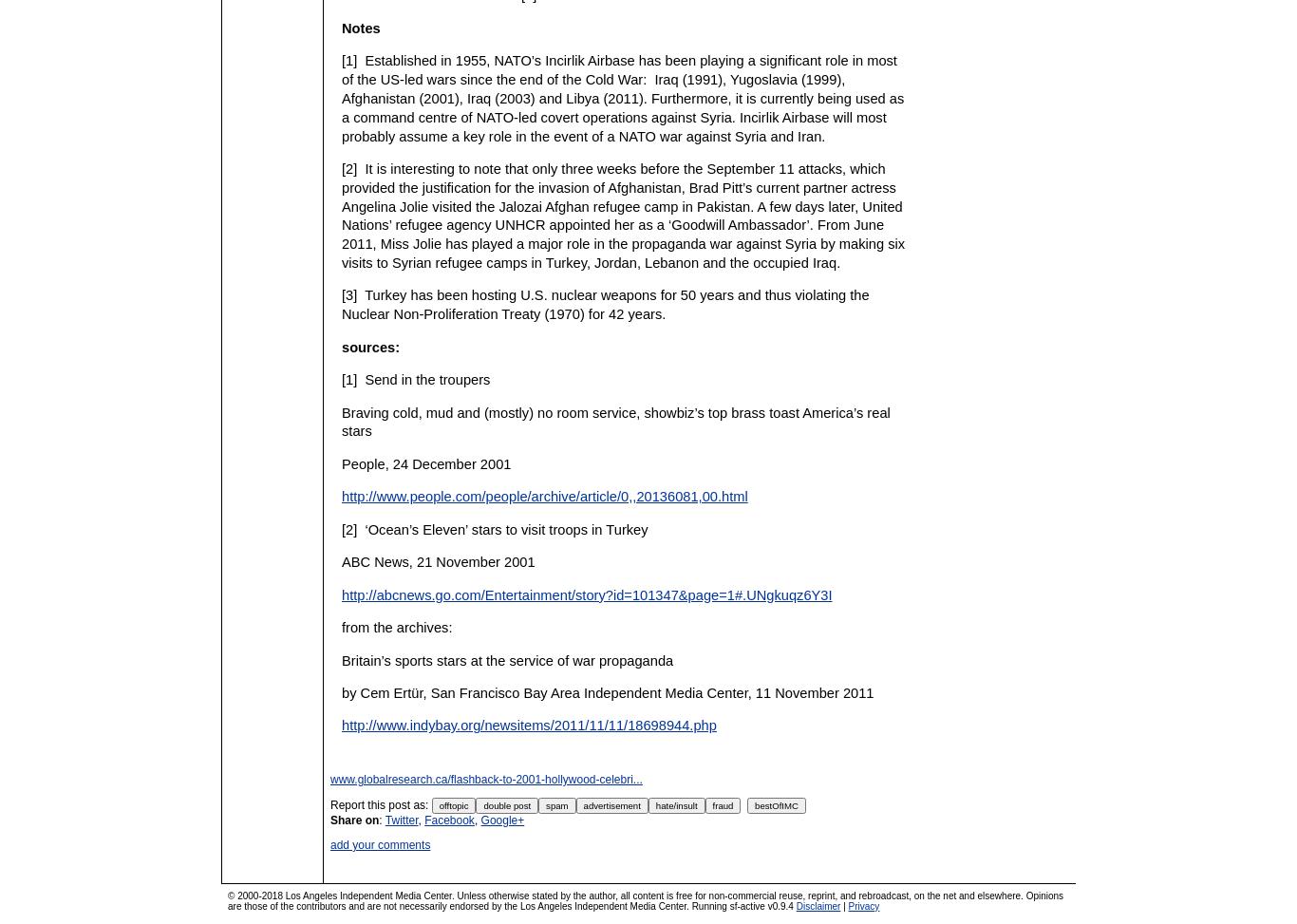 This screenshot has width=1297, height=924. What do you see at coordinates (379, 844) in the screenshot?
I see `'add your comments'` at bounding box center [379, 844].